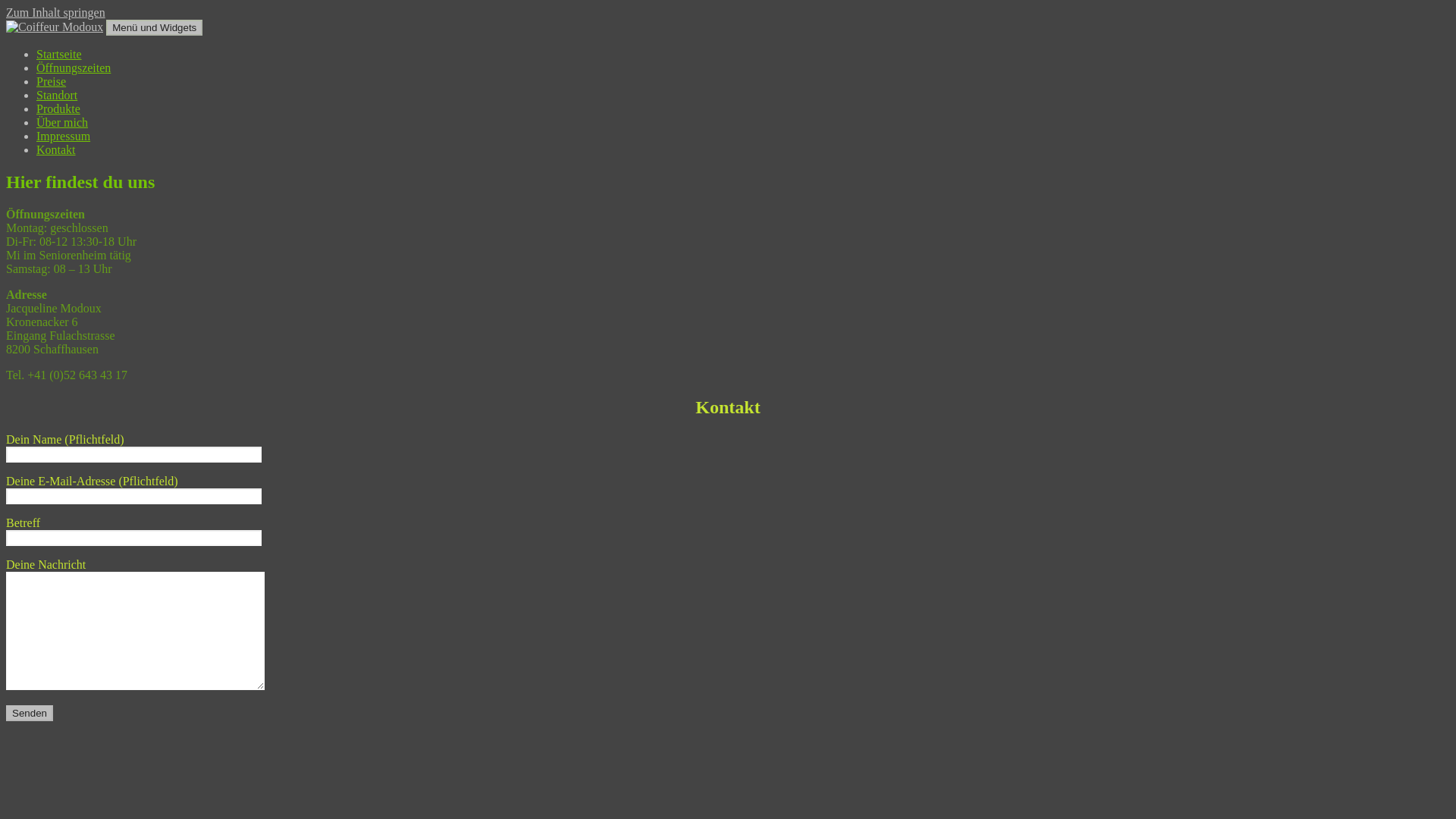 The width and height of the screenshot is (1456, 819). Describe the element at coordinates (51, 81) in the screenshot. I see `'Preise'` at that location.